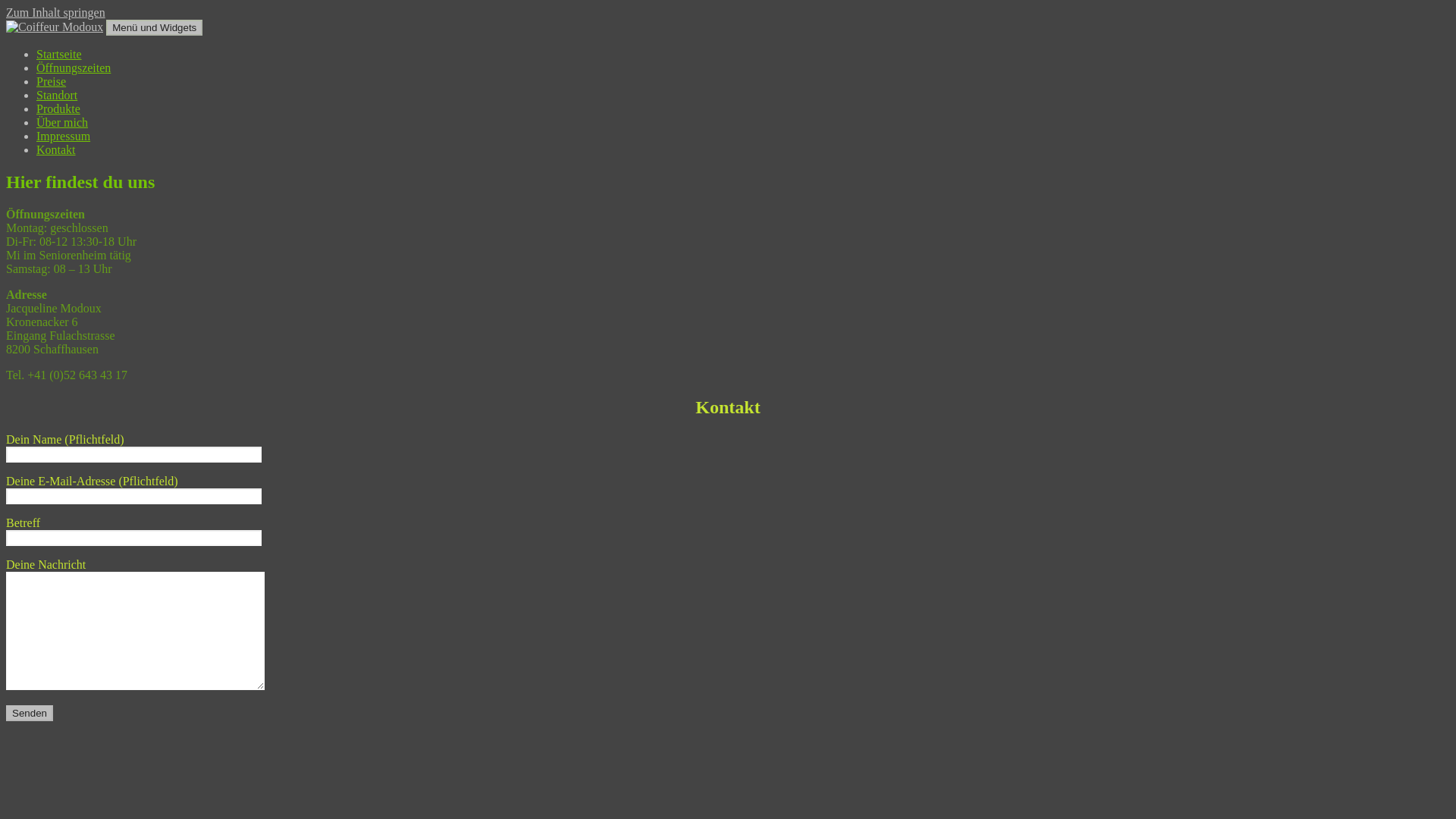 The width and height of the screenshot is (1456, 819). Describe the element at coordinates (51, 81) in the screenshot. I see `'Preise'` at that location.